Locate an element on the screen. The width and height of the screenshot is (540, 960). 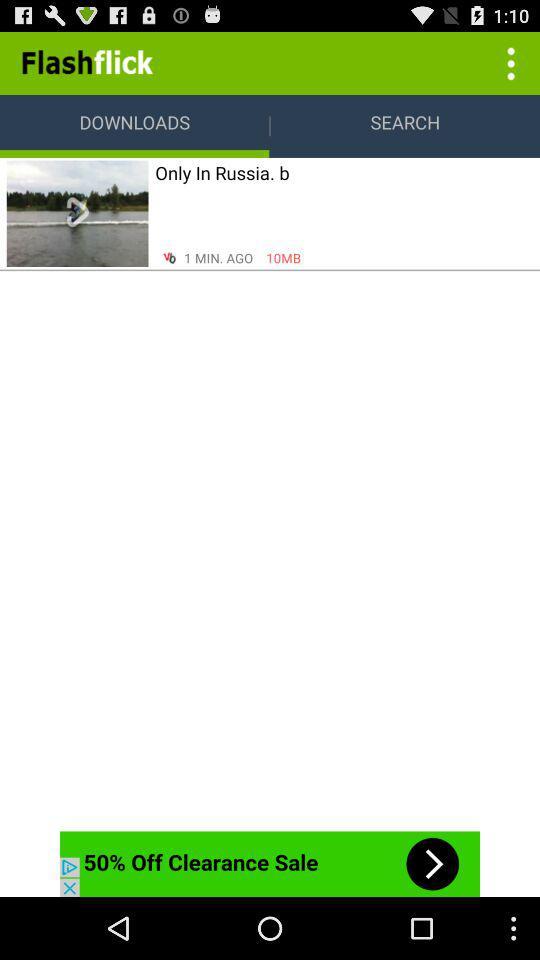
manu button is located at coordinates (508, 62).